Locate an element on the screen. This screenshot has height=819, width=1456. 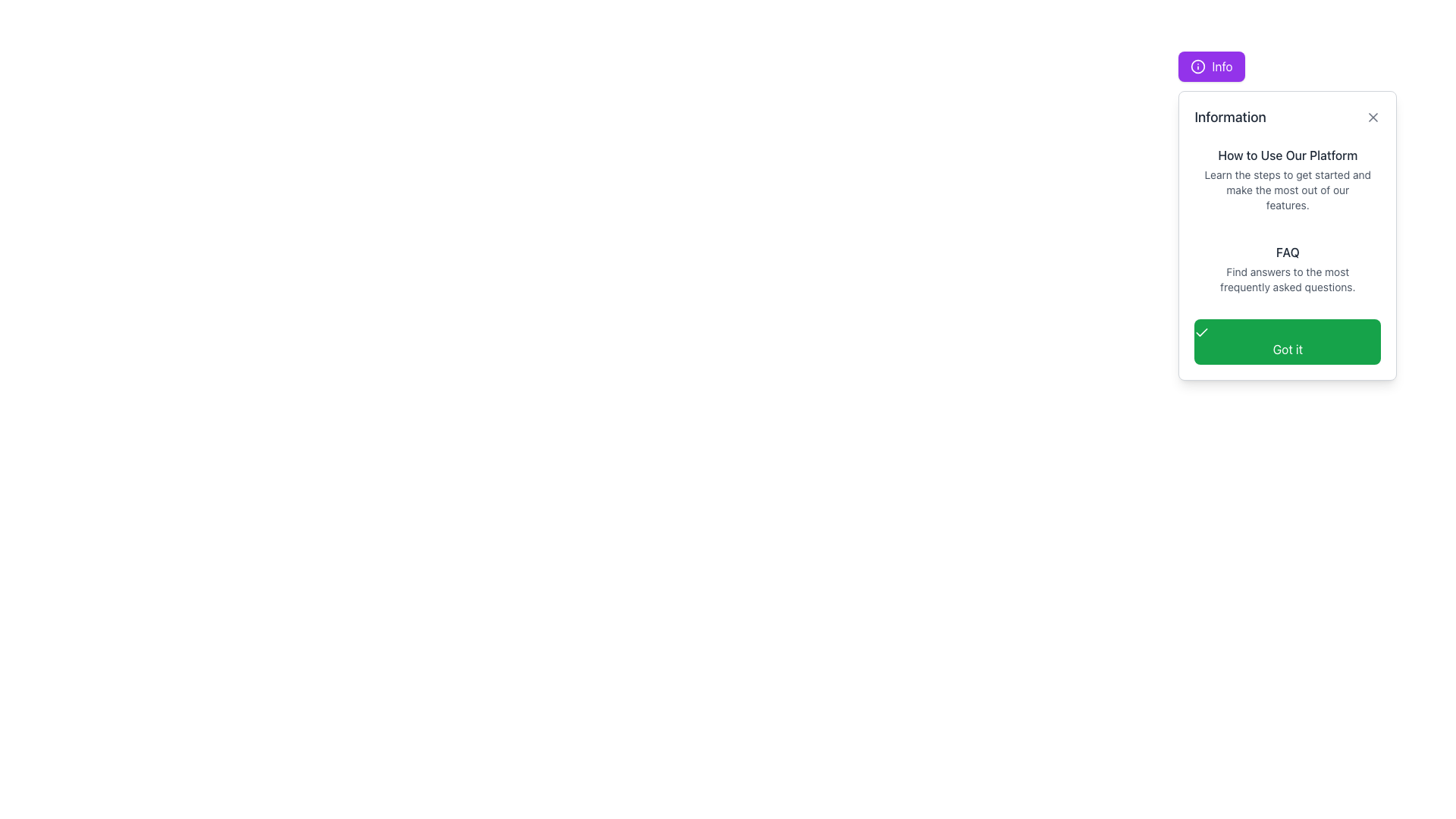
the Text Section that introduces and provides a brief overview of a guide or instructional content about using the platform, located in the 'Information' card above the 'FAQ' section is located at coordinates (1287, 178).